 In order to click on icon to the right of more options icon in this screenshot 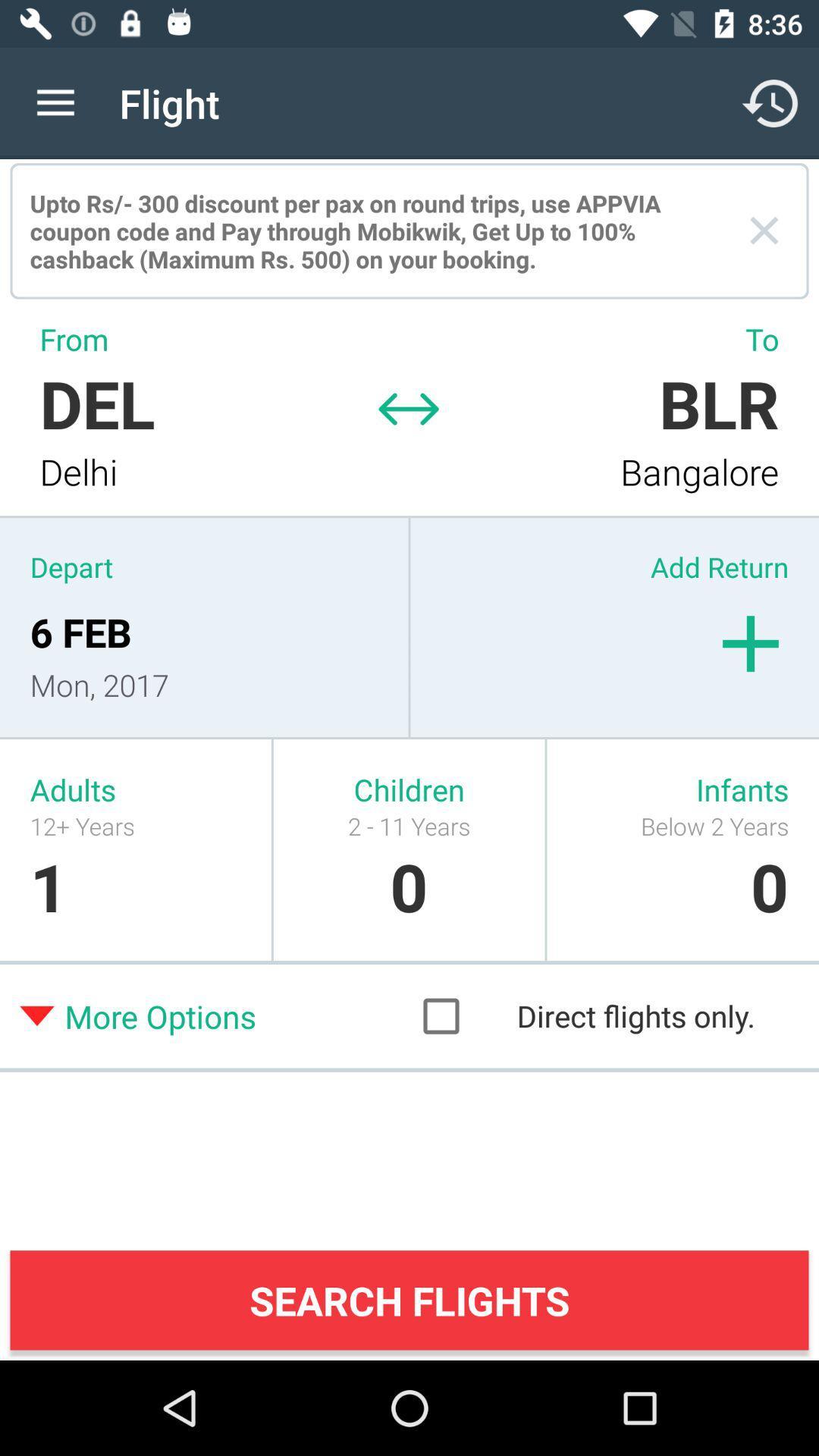, I will do `click(603, 1016)`.